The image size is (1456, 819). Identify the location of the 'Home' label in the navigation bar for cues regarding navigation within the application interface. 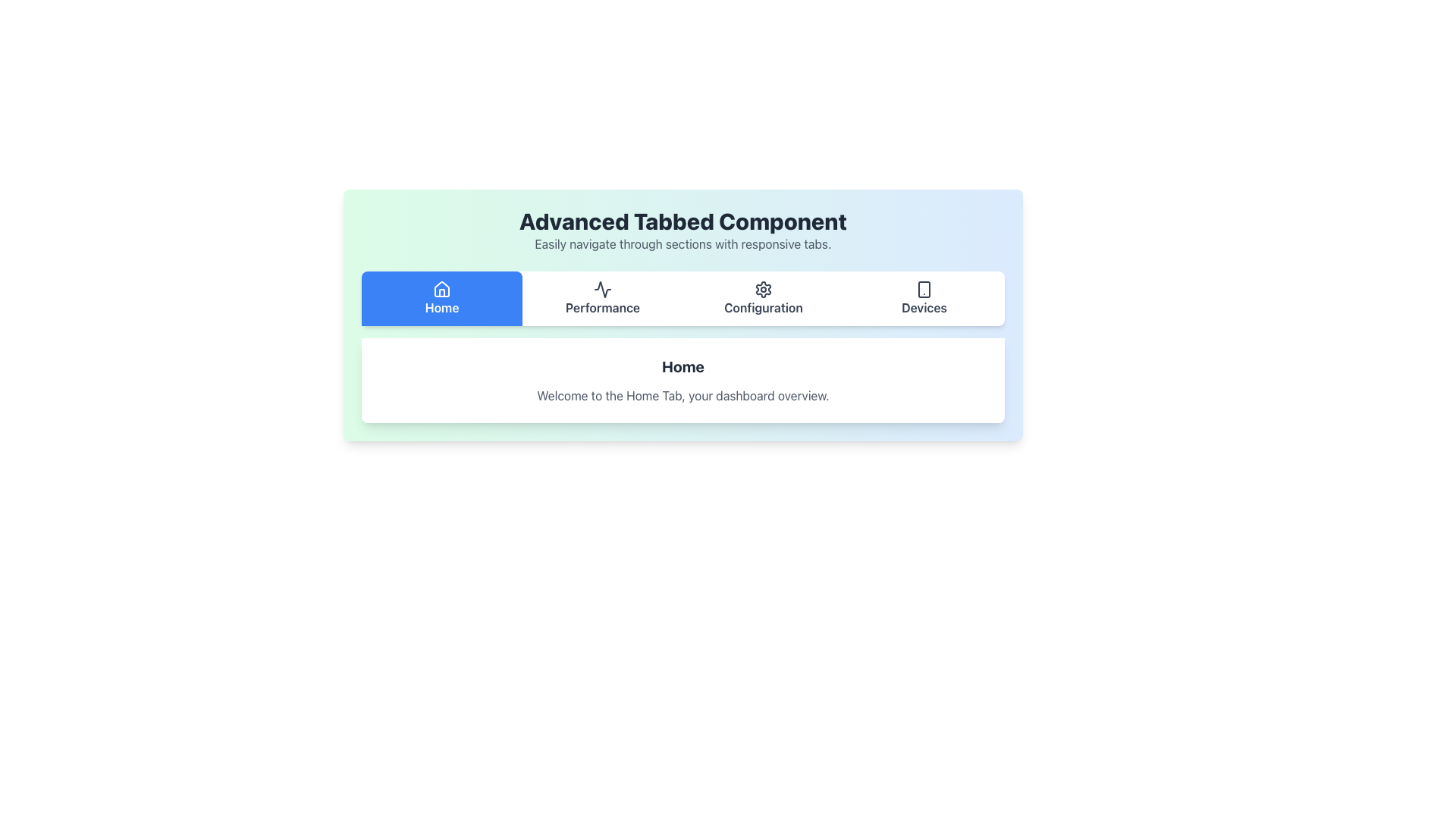
(441, 307).